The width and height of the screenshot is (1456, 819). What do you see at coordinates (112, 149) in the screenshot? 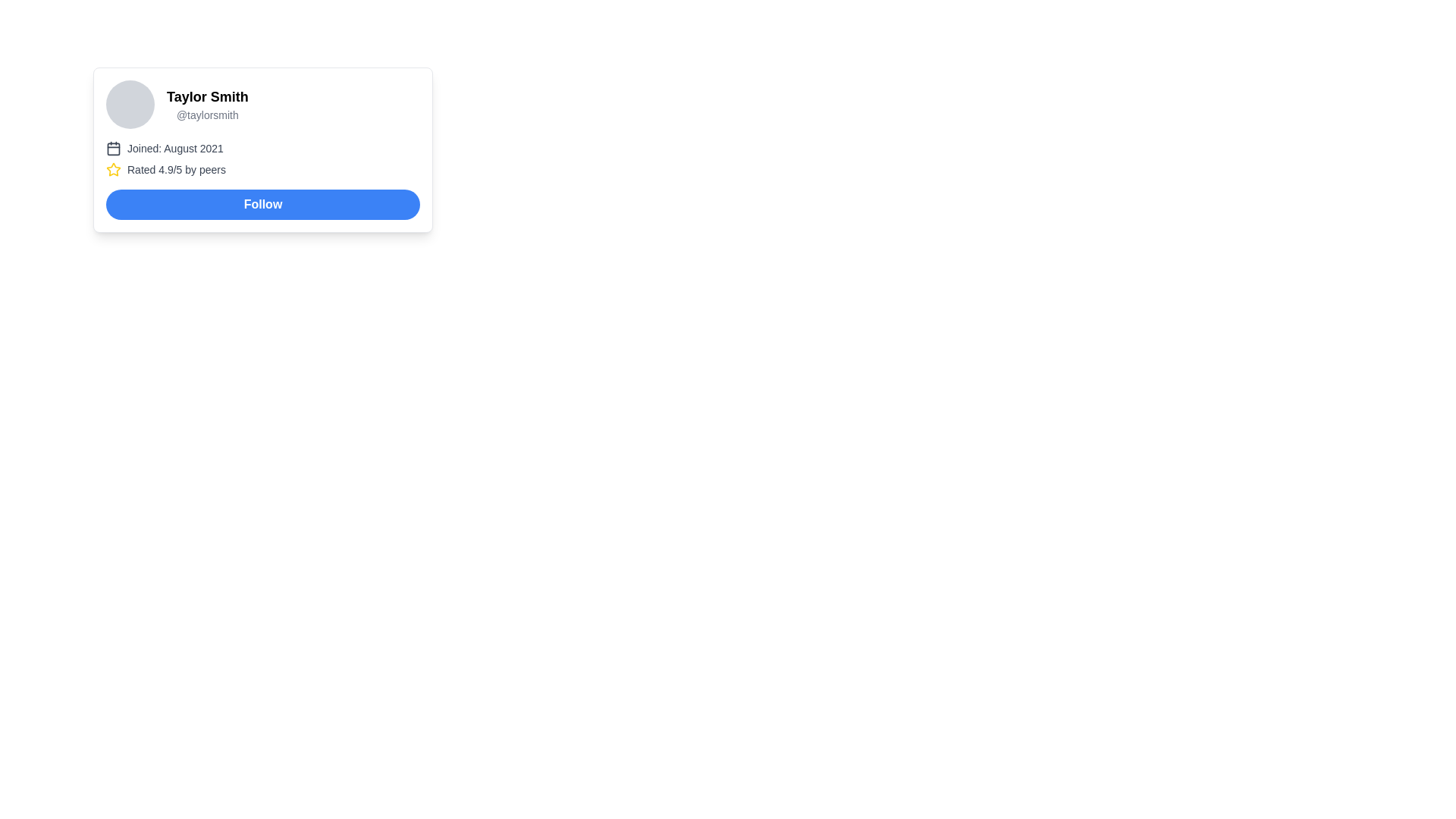
I see `the gray rounded rectangle within the calendar icon, which indicates date-related information and is located to the left of the text 'Joined: August 2021'` at bounding box center [112, 149].